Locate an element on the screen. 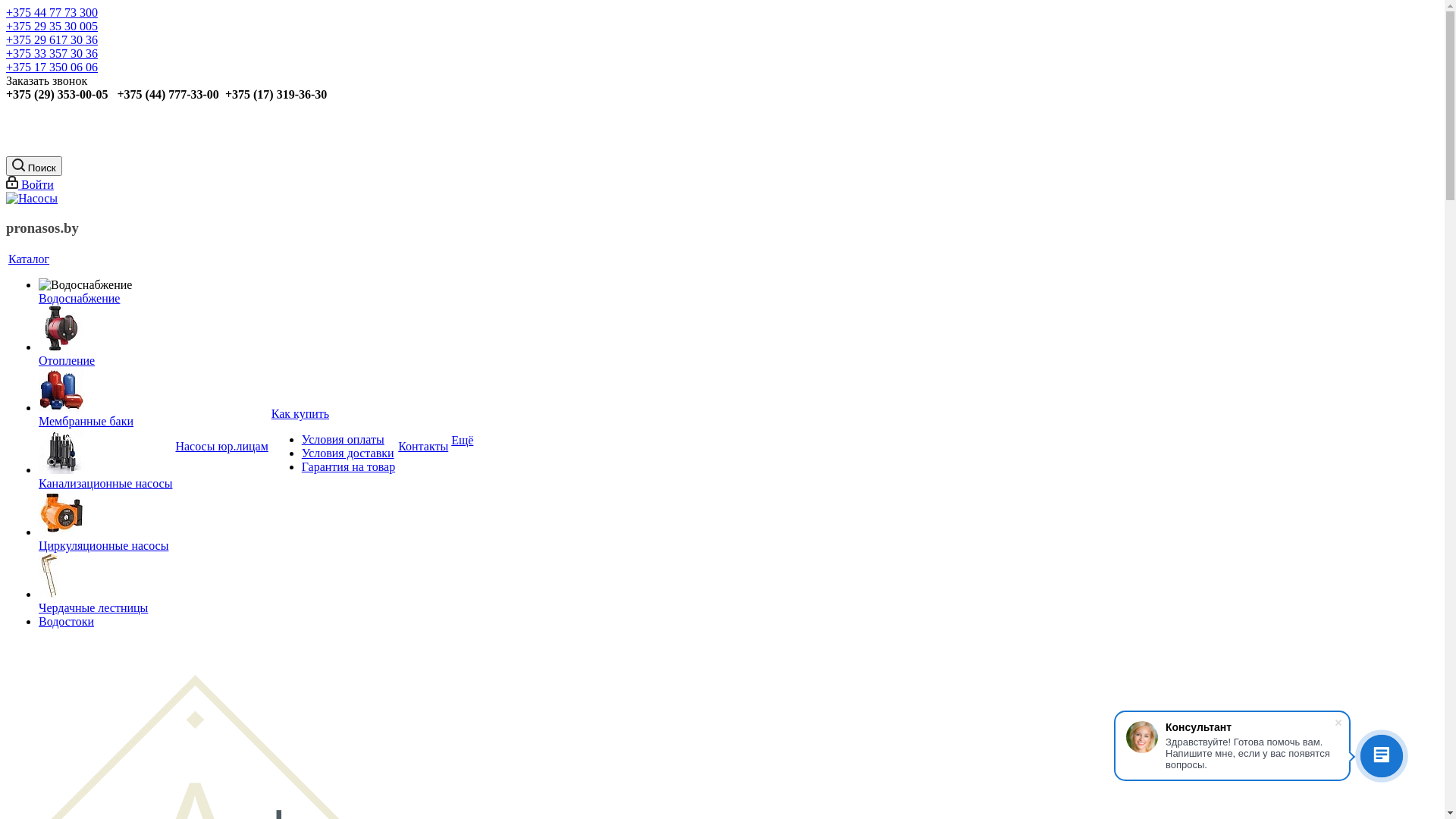  '+375 29 35 30 005' is located at coordinates (52, 26).